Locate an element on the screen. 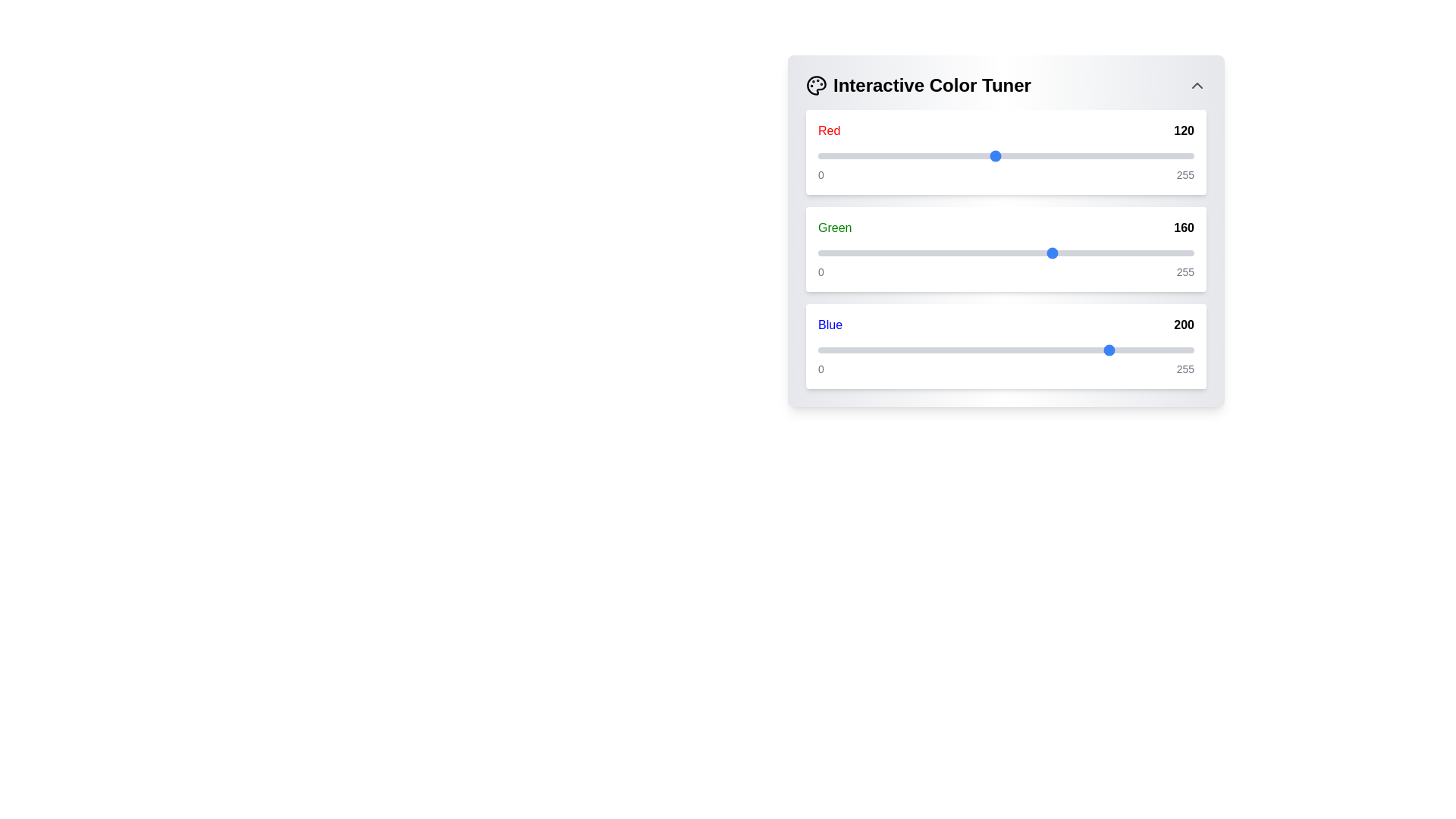 This screenshot has height=819, width=1456. the green component value is located at coordinates (1145, 253).